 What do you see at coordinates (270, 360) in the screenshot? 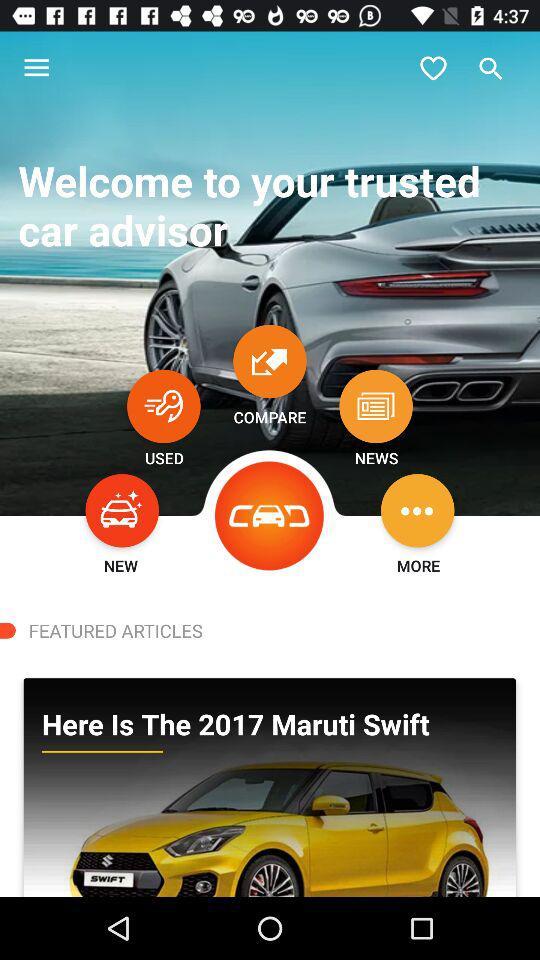
I see `compare car selections` at bounding box center [270, 360].